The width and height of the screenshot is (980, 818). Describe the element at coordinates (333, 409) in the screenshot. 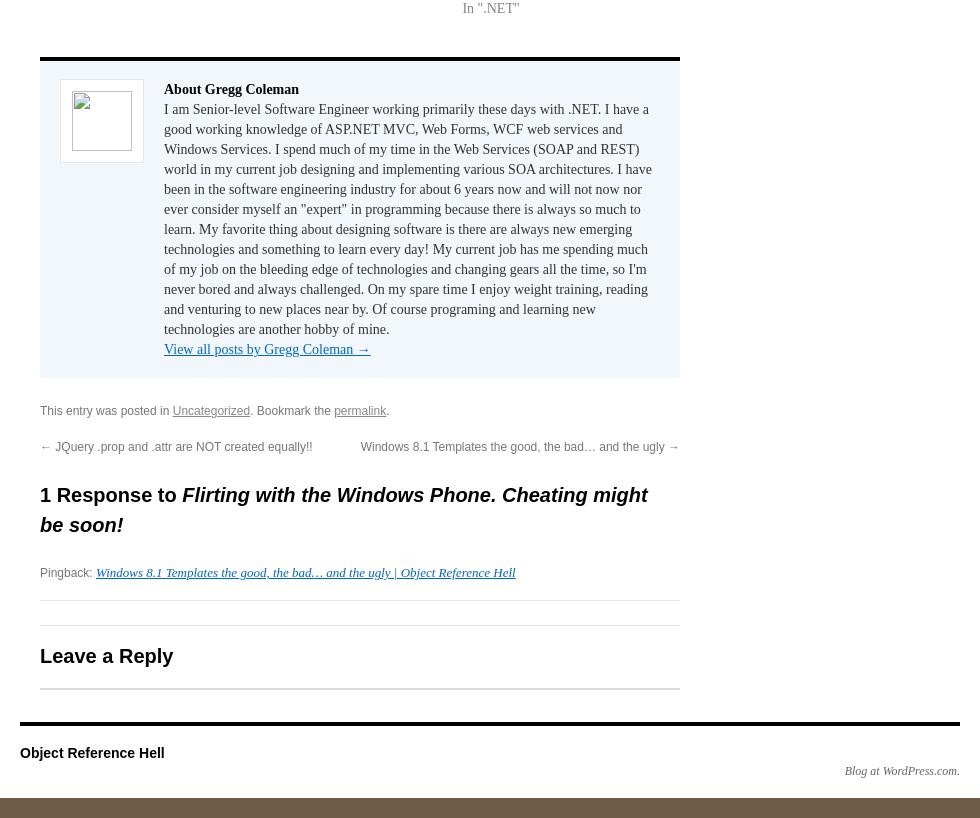

I see `'permalink'` at that location.